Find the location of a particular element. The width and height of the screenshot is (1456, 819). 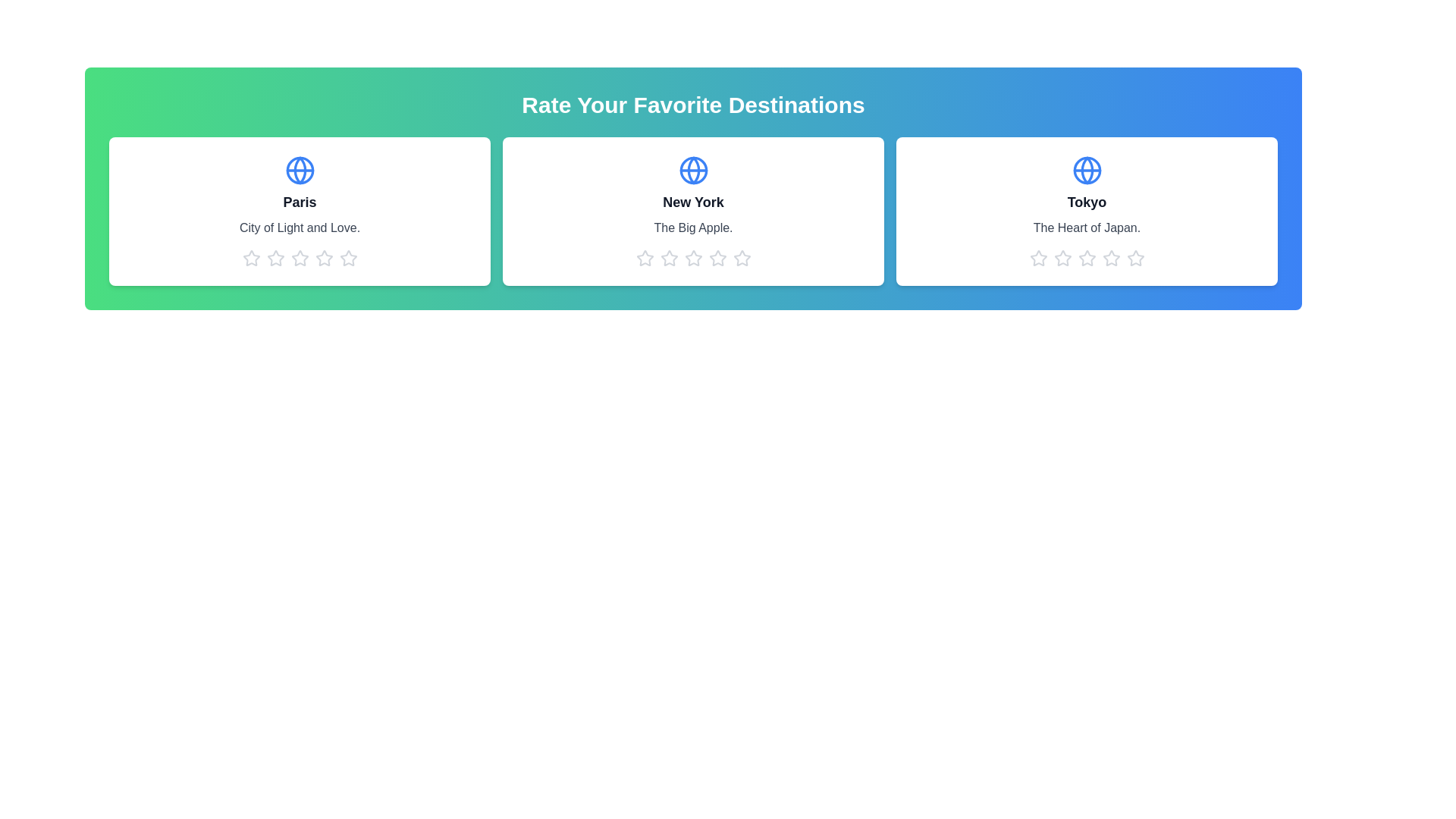

the 5 star icon for the destination Tokyo is located at coordinates (1135, 257).